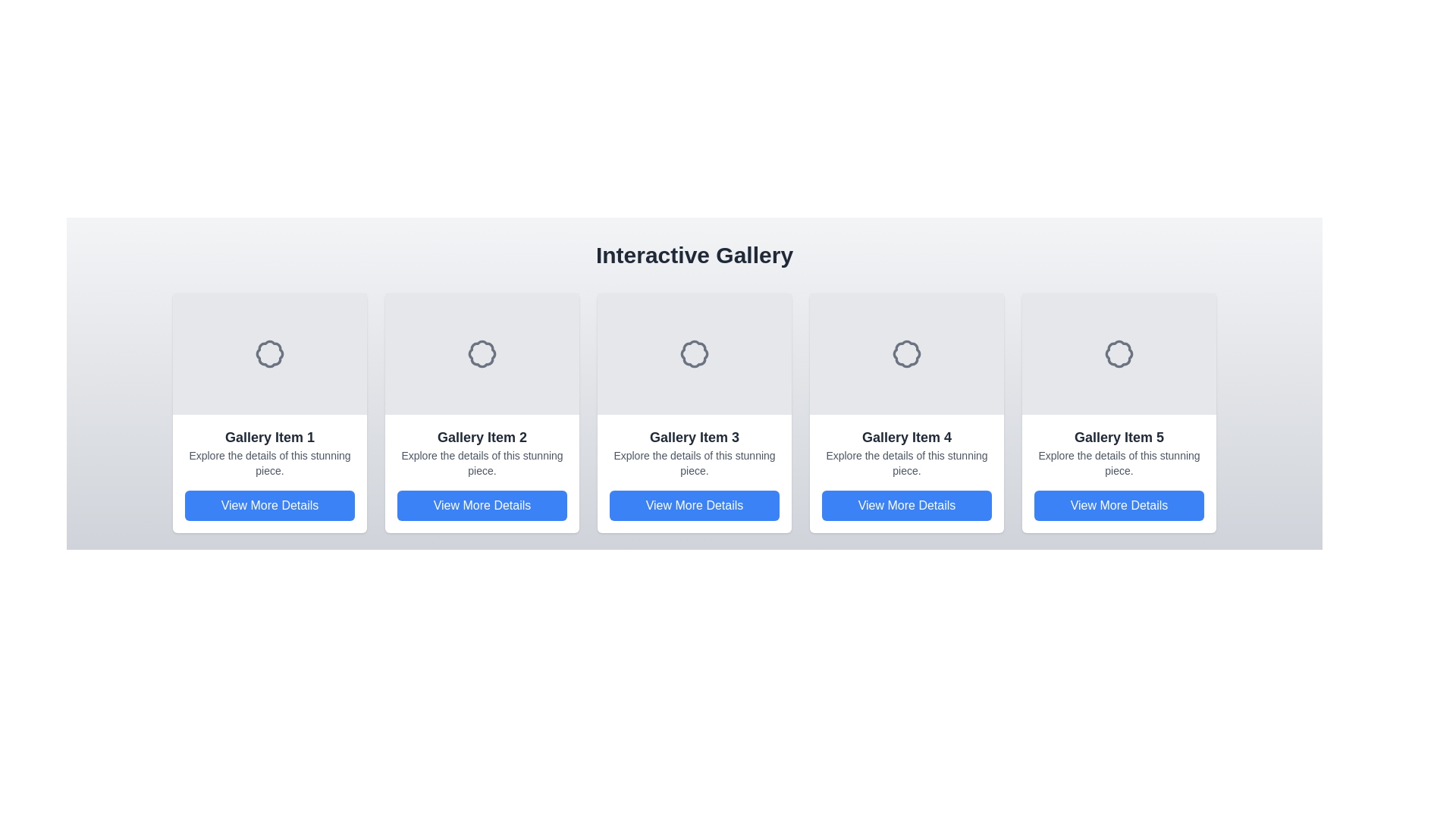  Describe the element at coordinates (269, 506) in the screenshot. I see `the button located at the lower section of the card titled 'Gallery Item 1' to observe the hover effect` at that location.